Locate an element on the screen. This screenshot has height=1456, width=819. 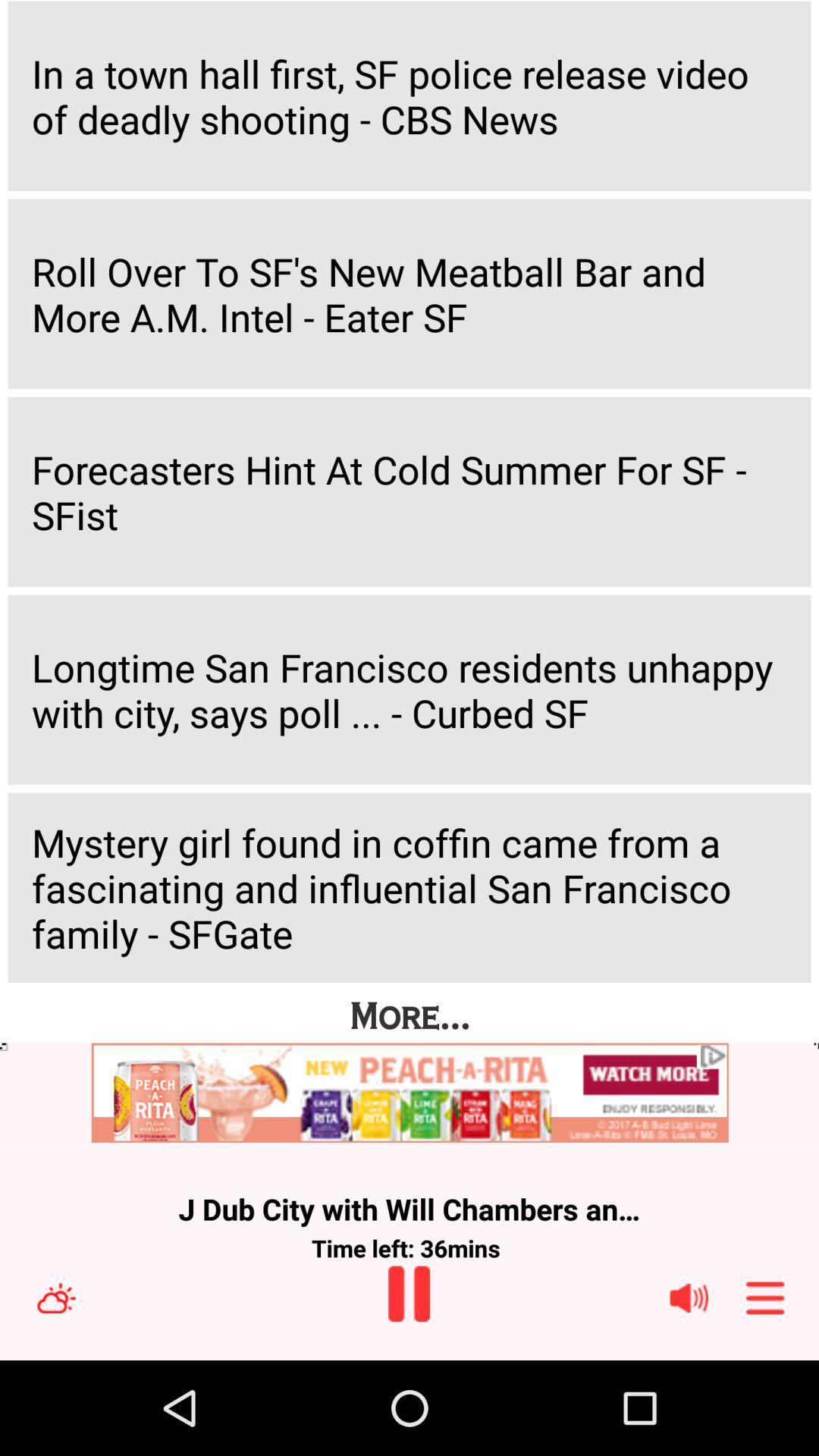
advertisement banner is located at coordinates (409, 1094).